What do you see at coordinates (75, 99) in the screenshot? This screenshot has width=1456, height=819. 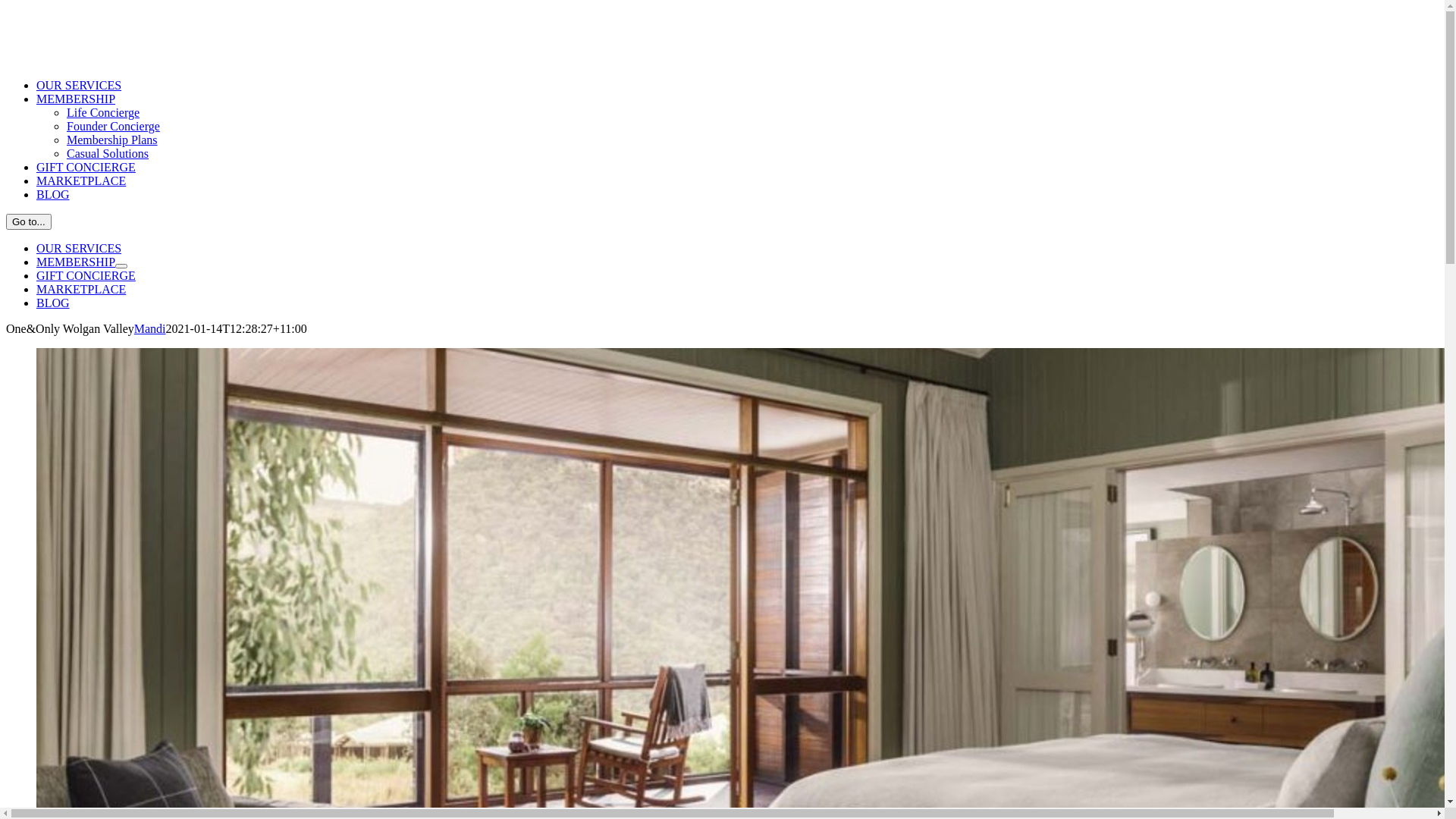 I see `'MEMBERSHIP'` at bounding box center [75, 99].